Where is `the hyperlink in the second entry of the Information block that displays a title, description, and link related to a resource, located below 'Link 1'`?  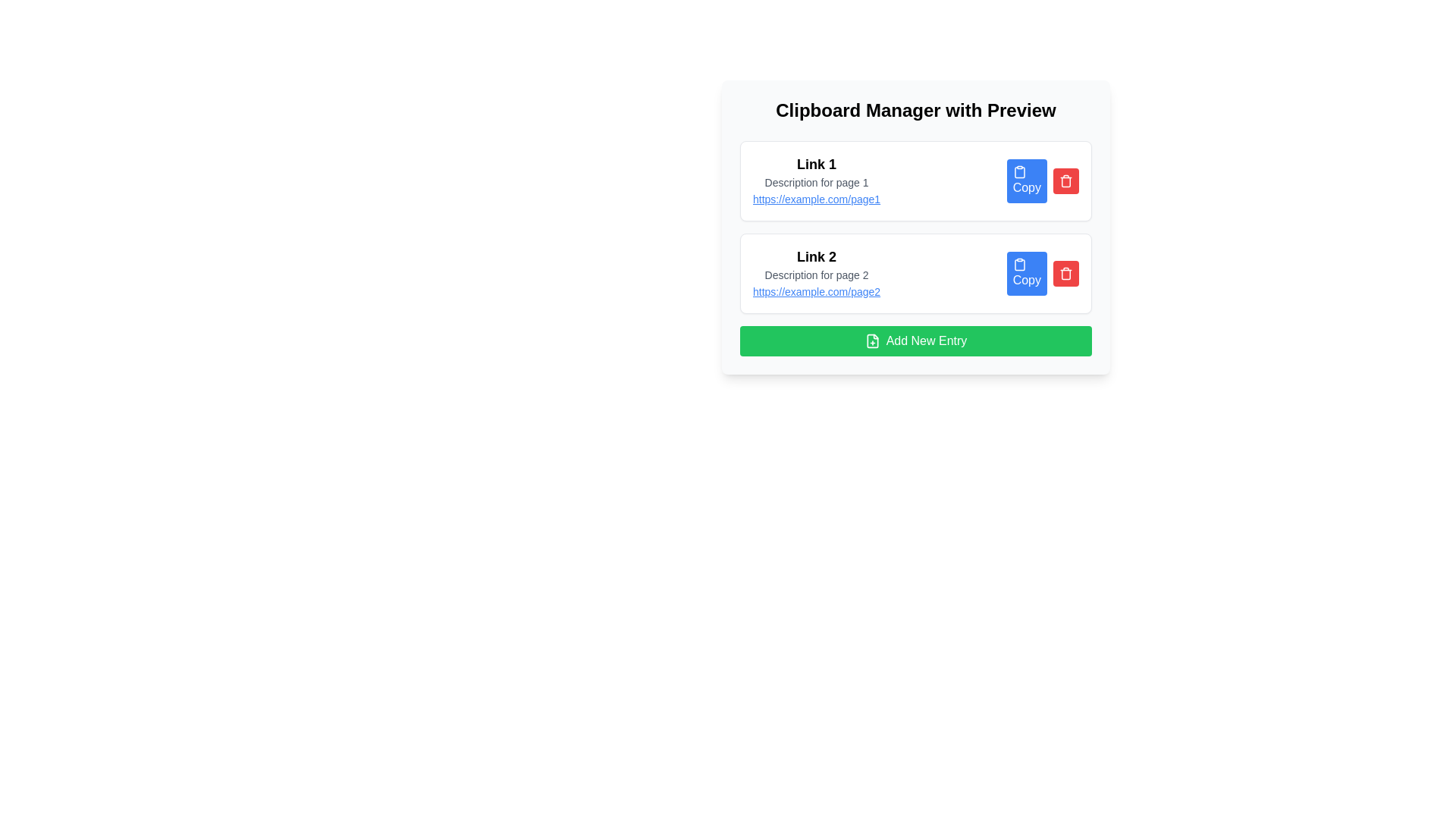 the hyperlink in the second entry of the Information block that displays a title, description, and link related to a resource, located below 'Link 1' is located at coordinates (816, 274).